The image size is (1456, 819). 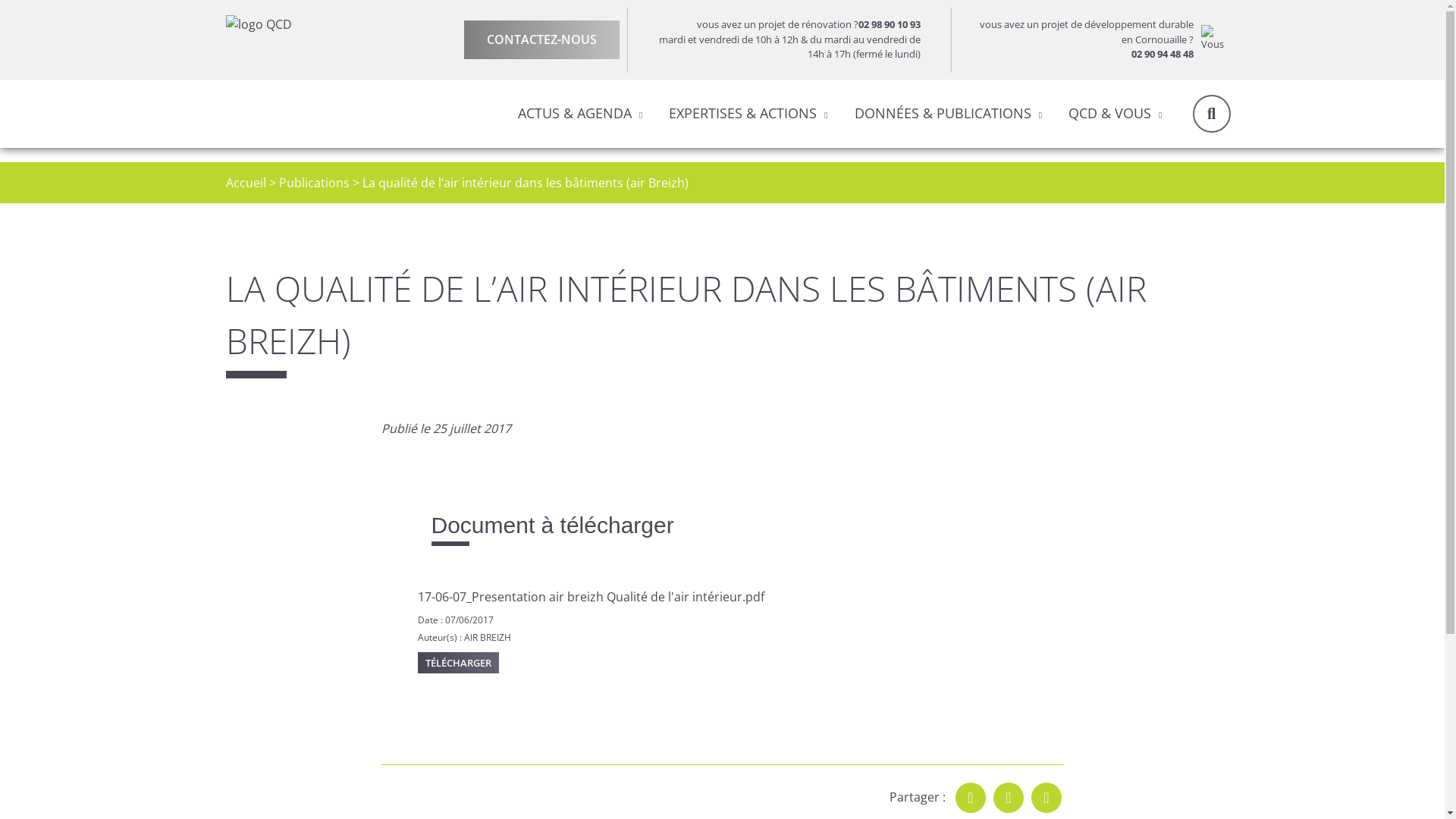 I want to click on 'Facebook', so click(x=971, y=797).